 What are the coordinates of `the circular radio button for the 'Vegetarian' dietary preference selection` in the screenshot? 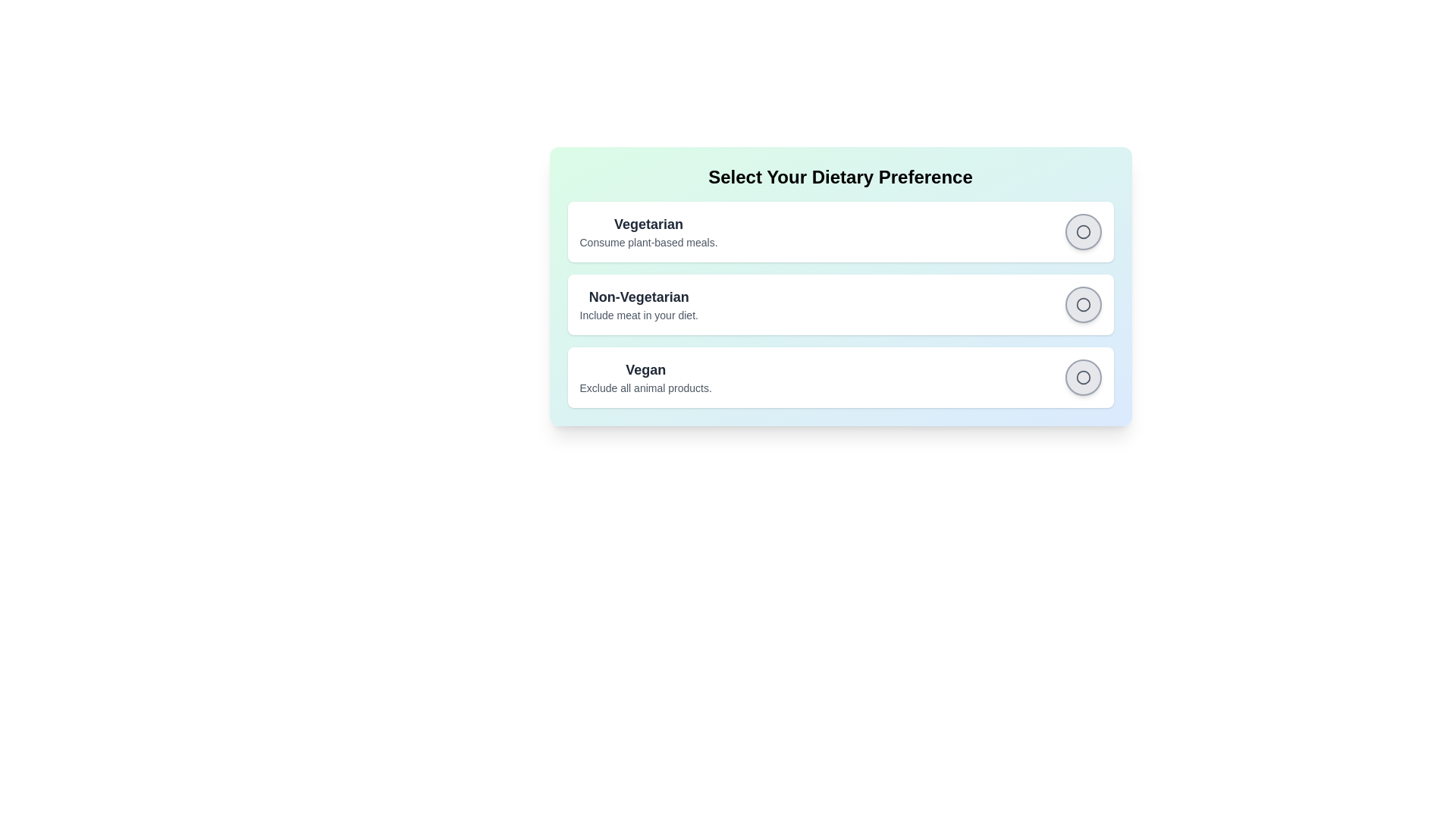 It's located at (1082, 231).